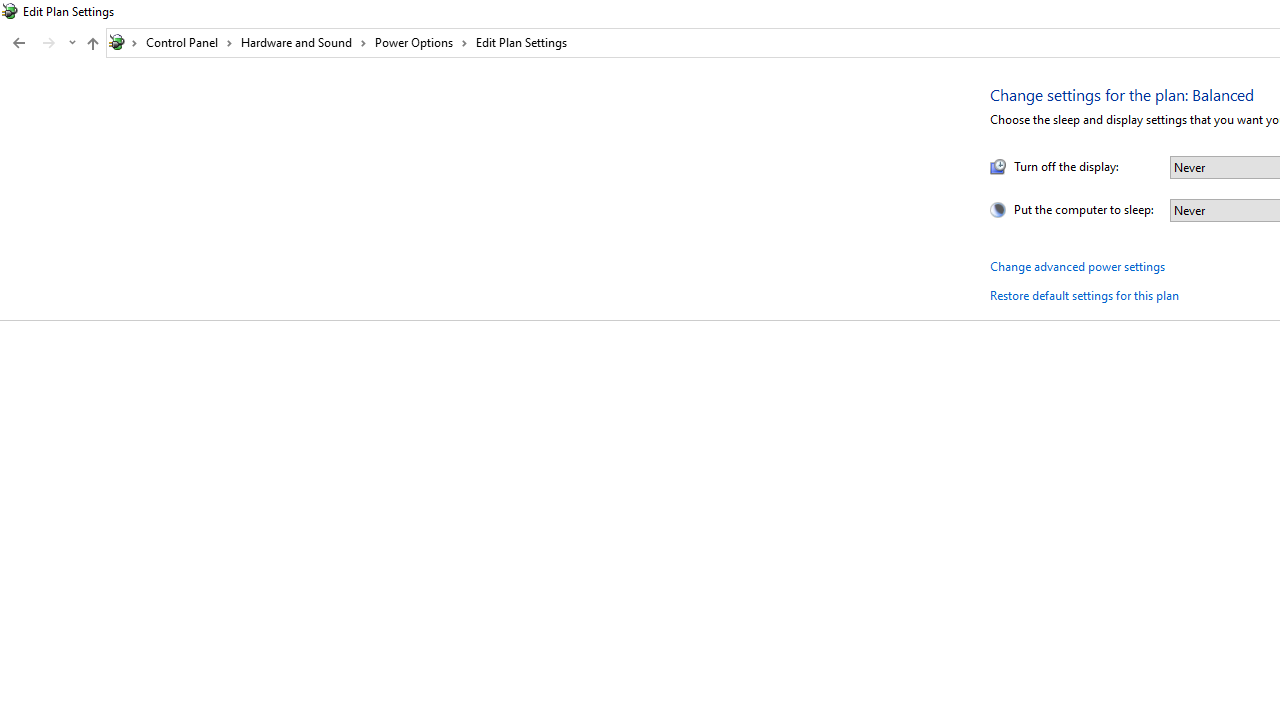  Describe the element at coordinates (303, 42) in the screenshot. I see `'Hardware and Sound'` at that location.